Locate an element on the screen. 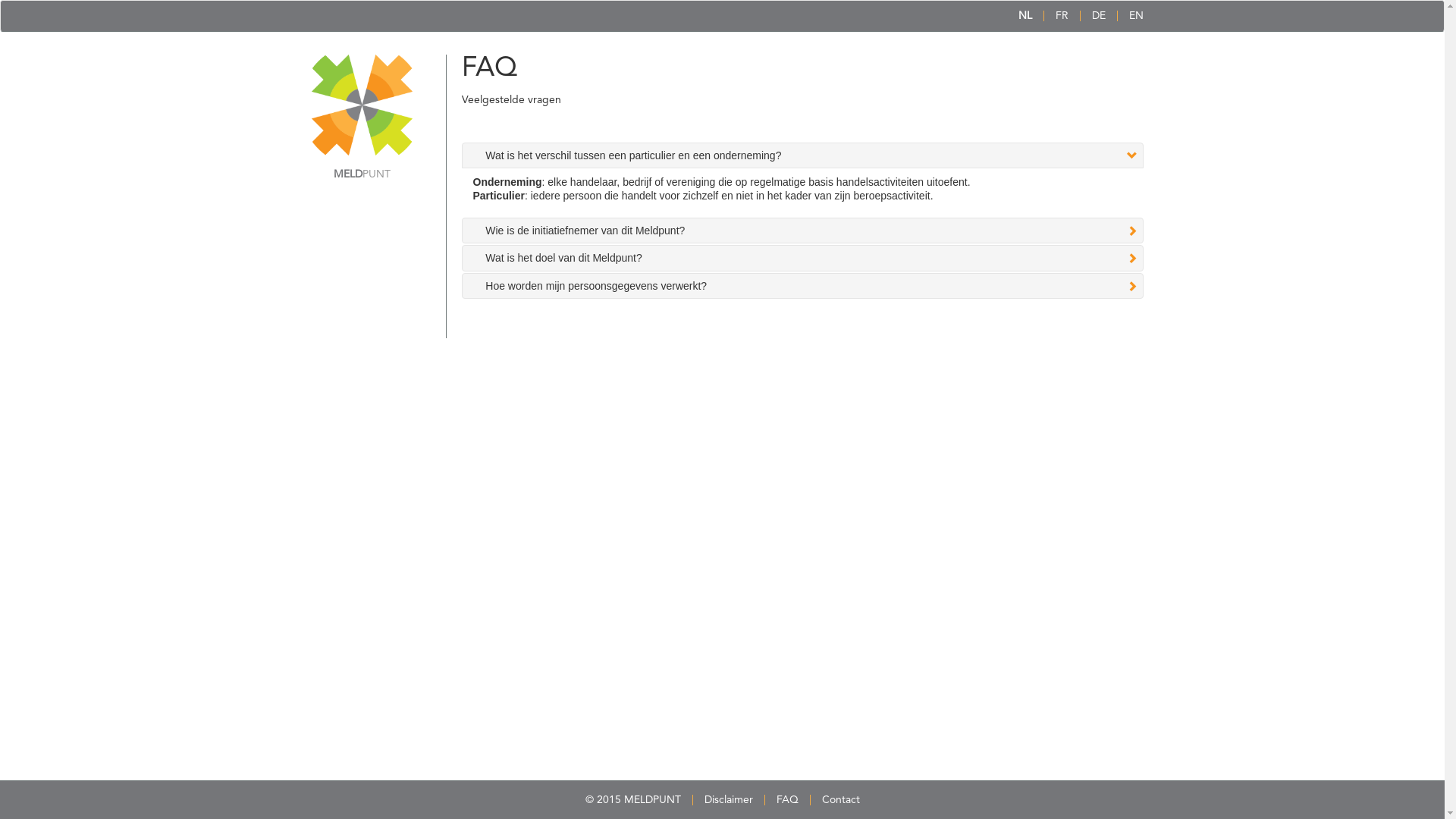  'NL' is located at coordinates (1024, 15).